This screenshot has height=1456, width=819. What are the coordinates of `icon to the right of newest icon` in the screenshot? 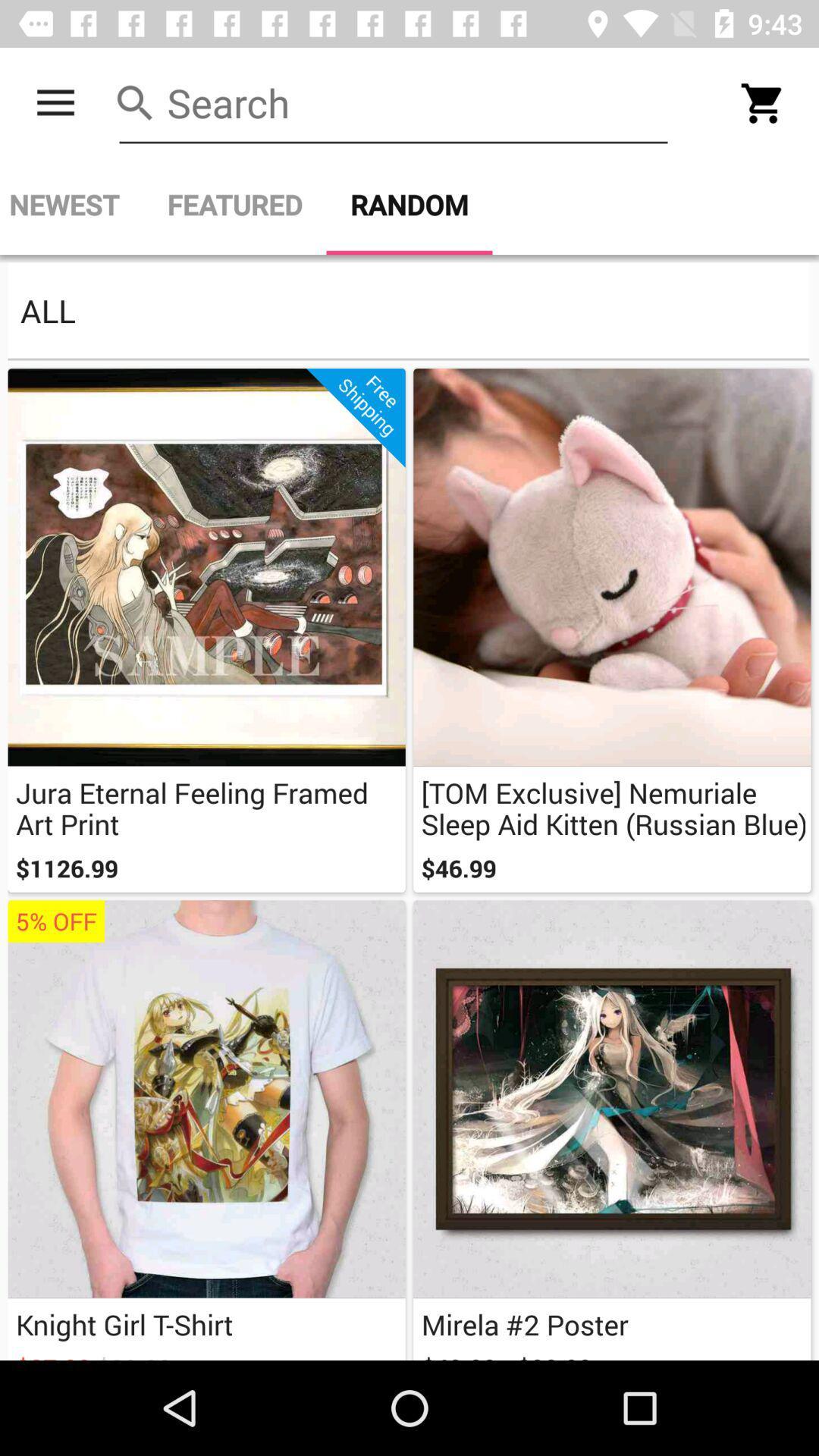 It's located at (234, 204).